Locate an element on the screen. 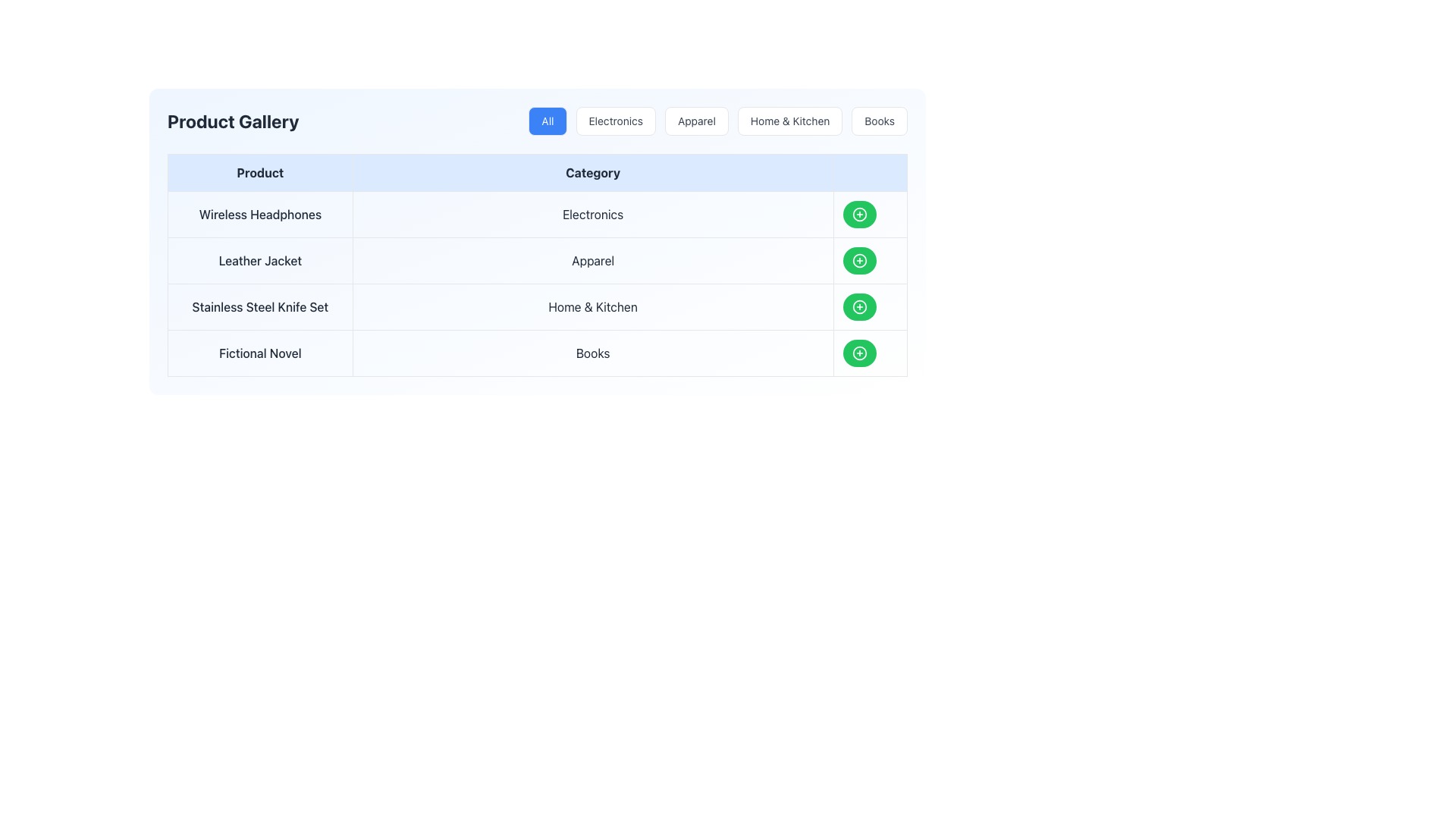 This screenshot has height=819, width=1456. the static text label displaying 'Apparel' in the 'Category' column of the table, which corresponds to the 'Leather Jacket' row is located at coordinates (592, 259).